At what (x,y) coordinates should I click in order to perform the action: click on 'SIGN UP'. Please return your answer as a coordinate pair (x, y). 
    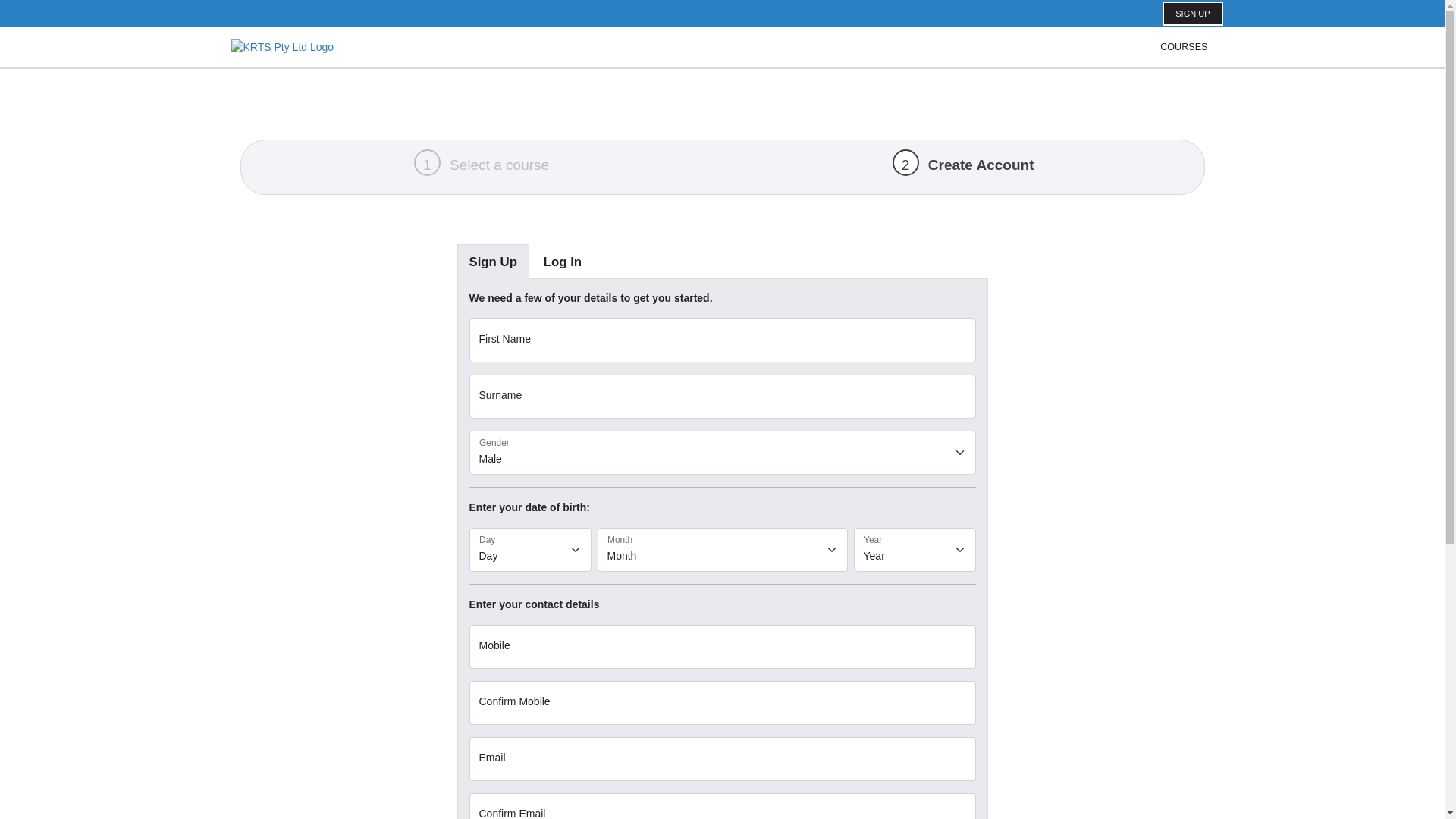
    Looking at the image, I should click on (1161, 14).